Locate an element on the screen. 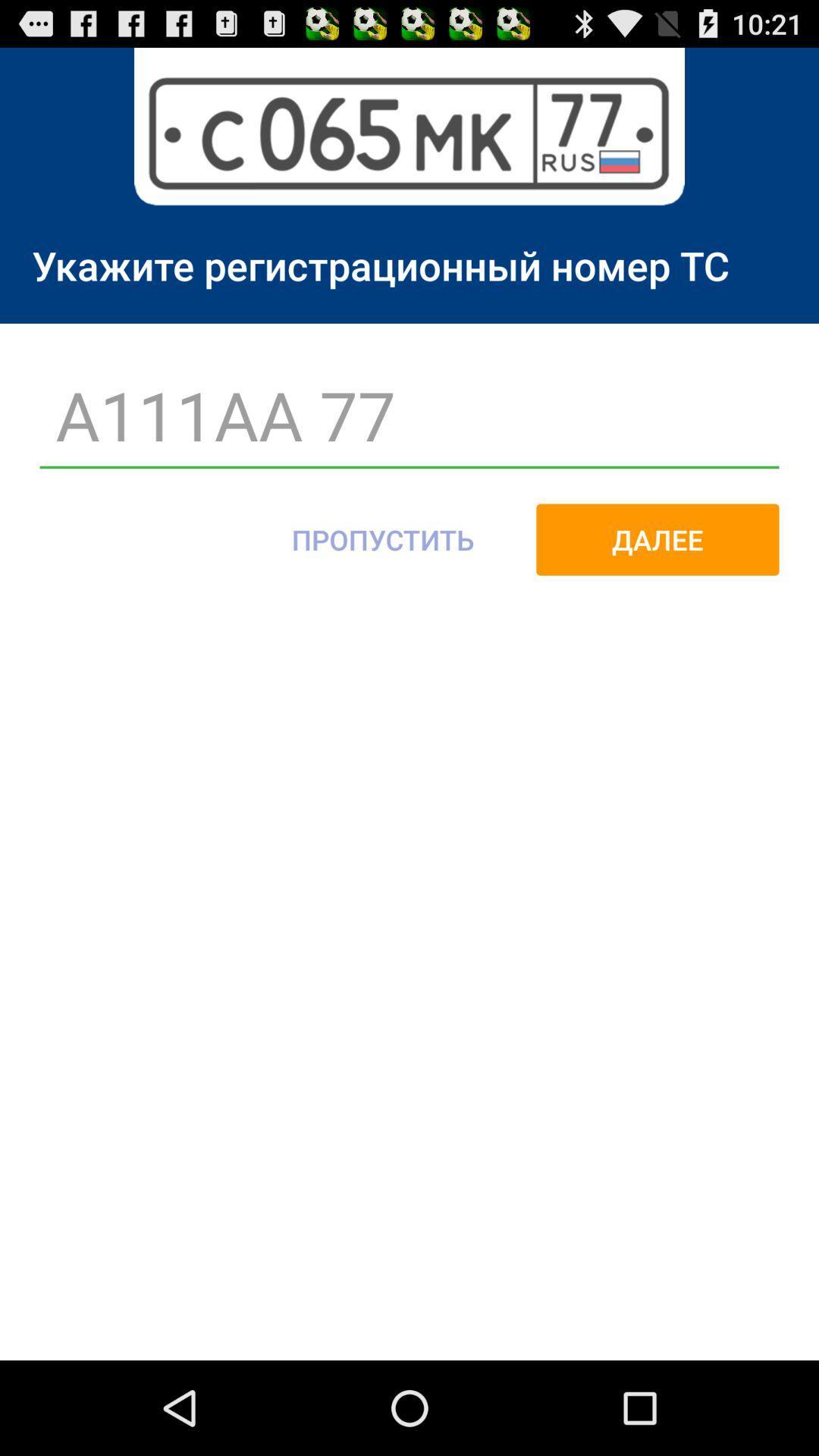 The width and height of the screenshot is (819, 1456). item on the right is located at coordinates (657, 539).